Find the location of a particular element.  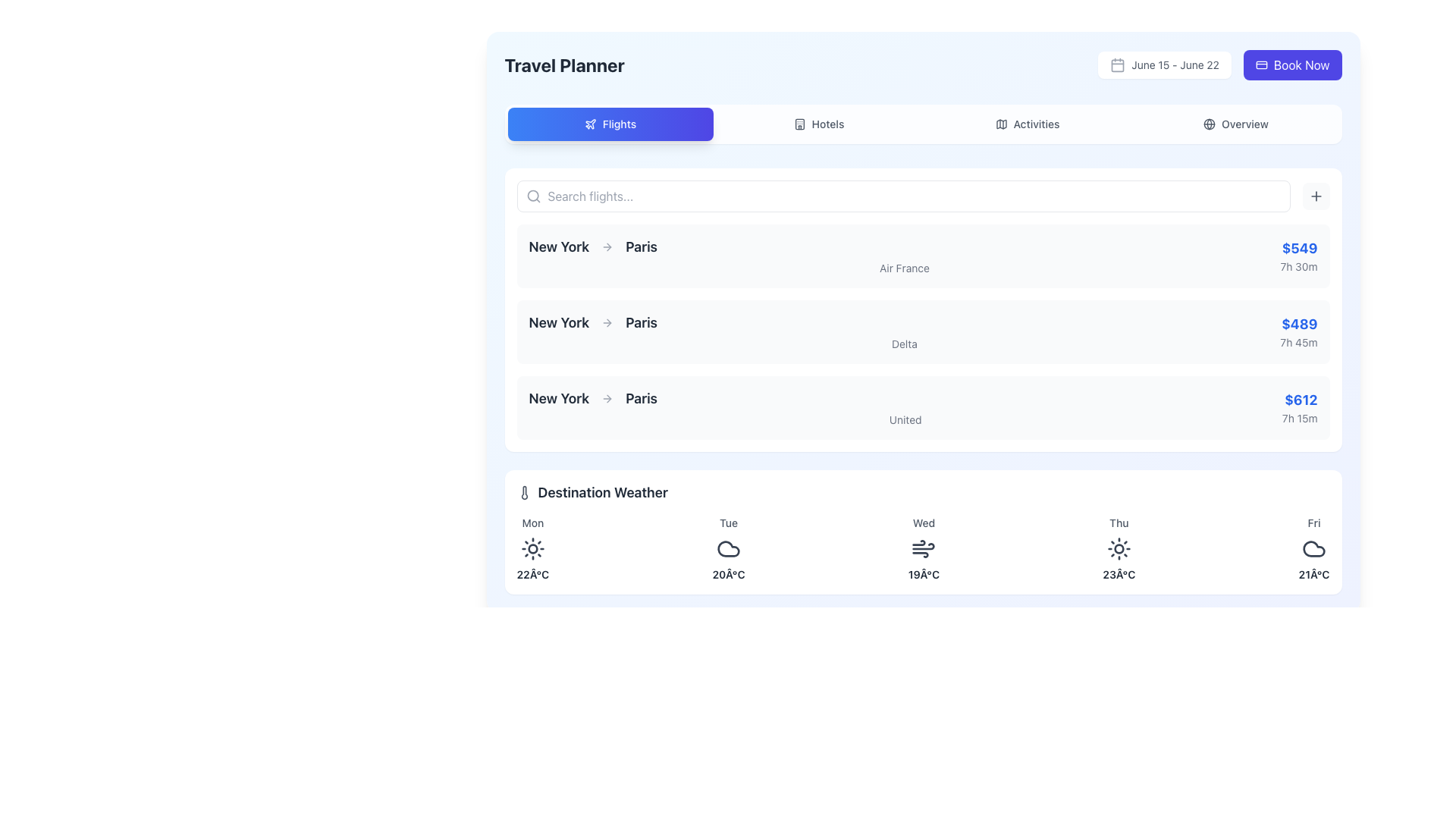

into the search bar located horizontally centered near the top of the interface to type a query is located at coordinates (922, 195).